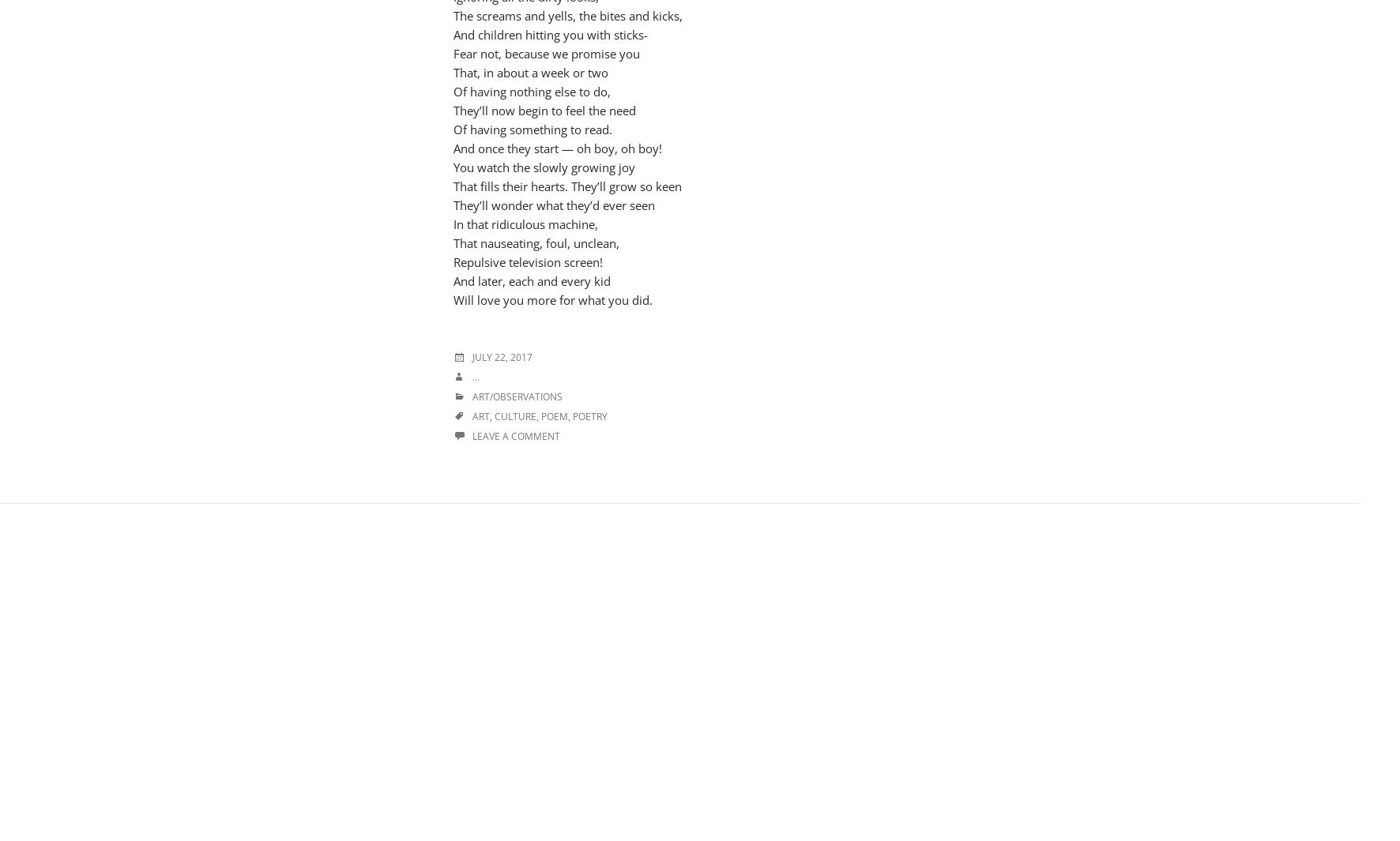 The width and height of the screenshot is (1400, 841). What do you see at coordinates (536, 242) in the screenshot?
I see `'That nauseating, foul, unclean,'` at bounding box center [536, 242].